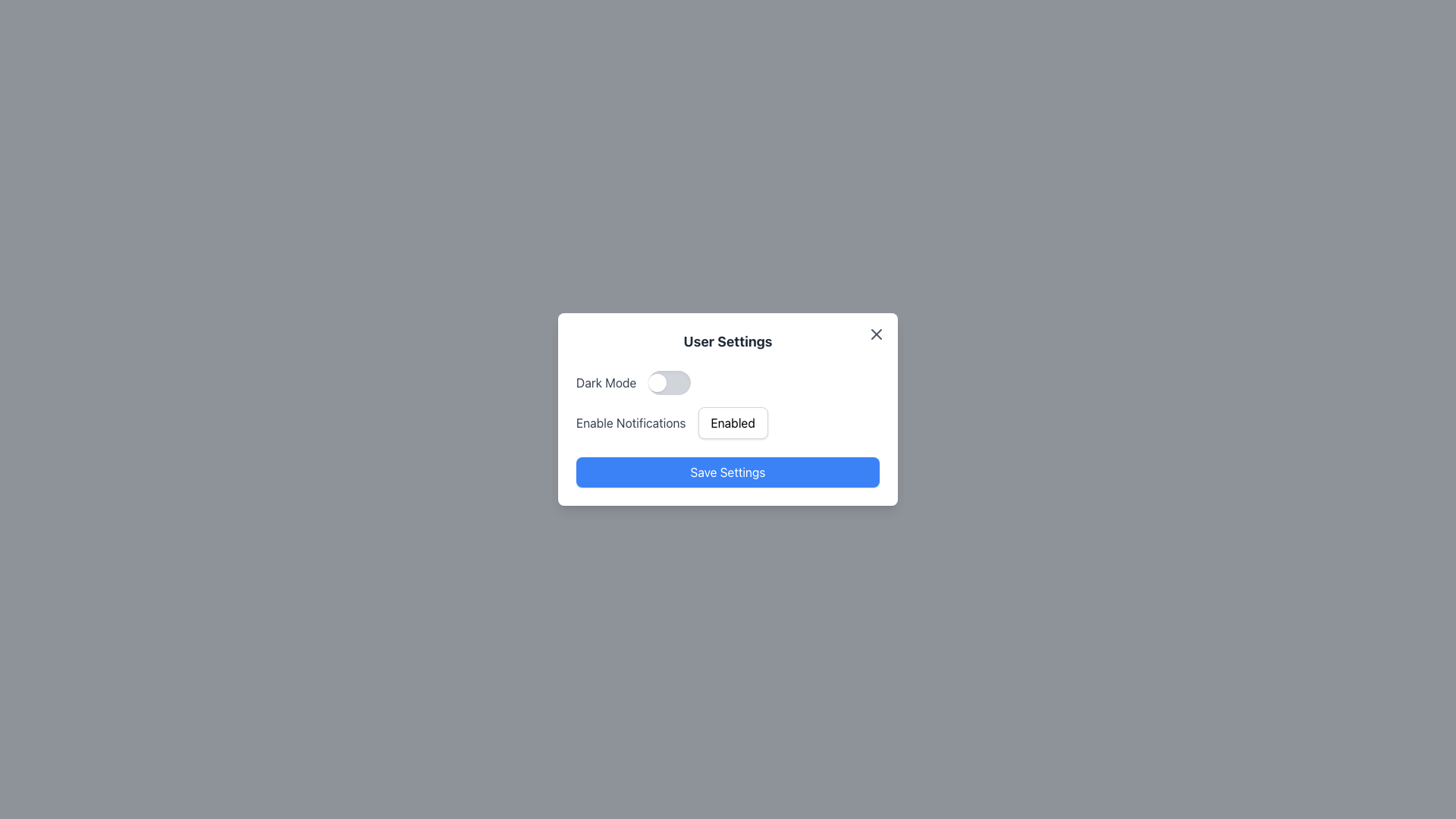  What do you see at coordinates (728, 472) in the screenshot?
I see `the confirmation button located at the bottom of the 'User Settings' dialog, positioned below the 'Dark Mode' and 'Enable Notifications' settings` at bounding box center [728, 472].